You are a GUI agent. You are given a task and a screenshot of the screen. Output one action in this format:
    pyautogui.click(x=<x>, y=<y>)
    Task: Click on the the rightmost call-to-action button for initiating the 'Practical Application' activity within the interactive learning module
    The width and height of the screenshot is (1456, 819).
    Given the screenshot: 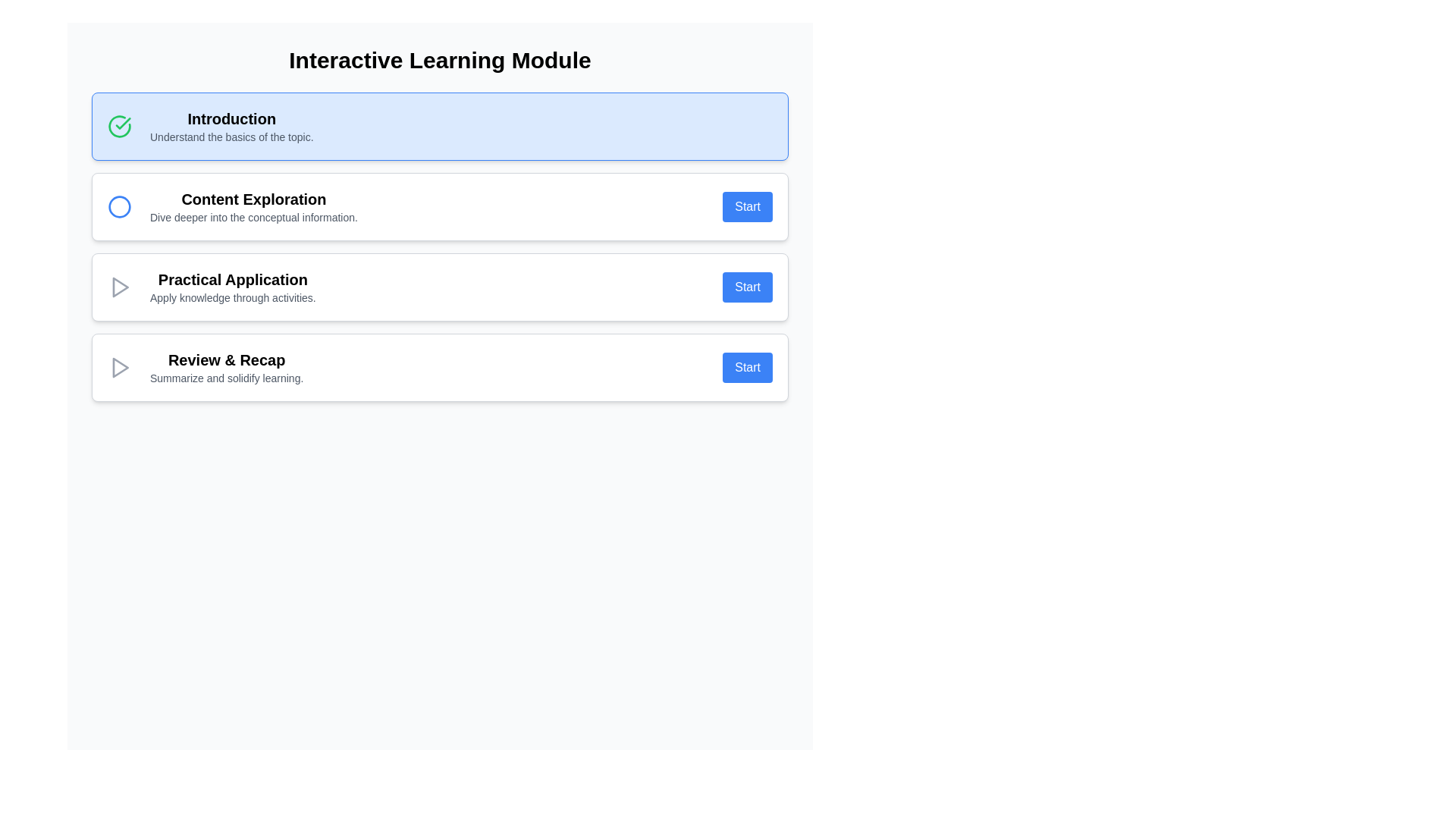 What is the action you would take?
    pyautogui.click(x=748, y=287)
    